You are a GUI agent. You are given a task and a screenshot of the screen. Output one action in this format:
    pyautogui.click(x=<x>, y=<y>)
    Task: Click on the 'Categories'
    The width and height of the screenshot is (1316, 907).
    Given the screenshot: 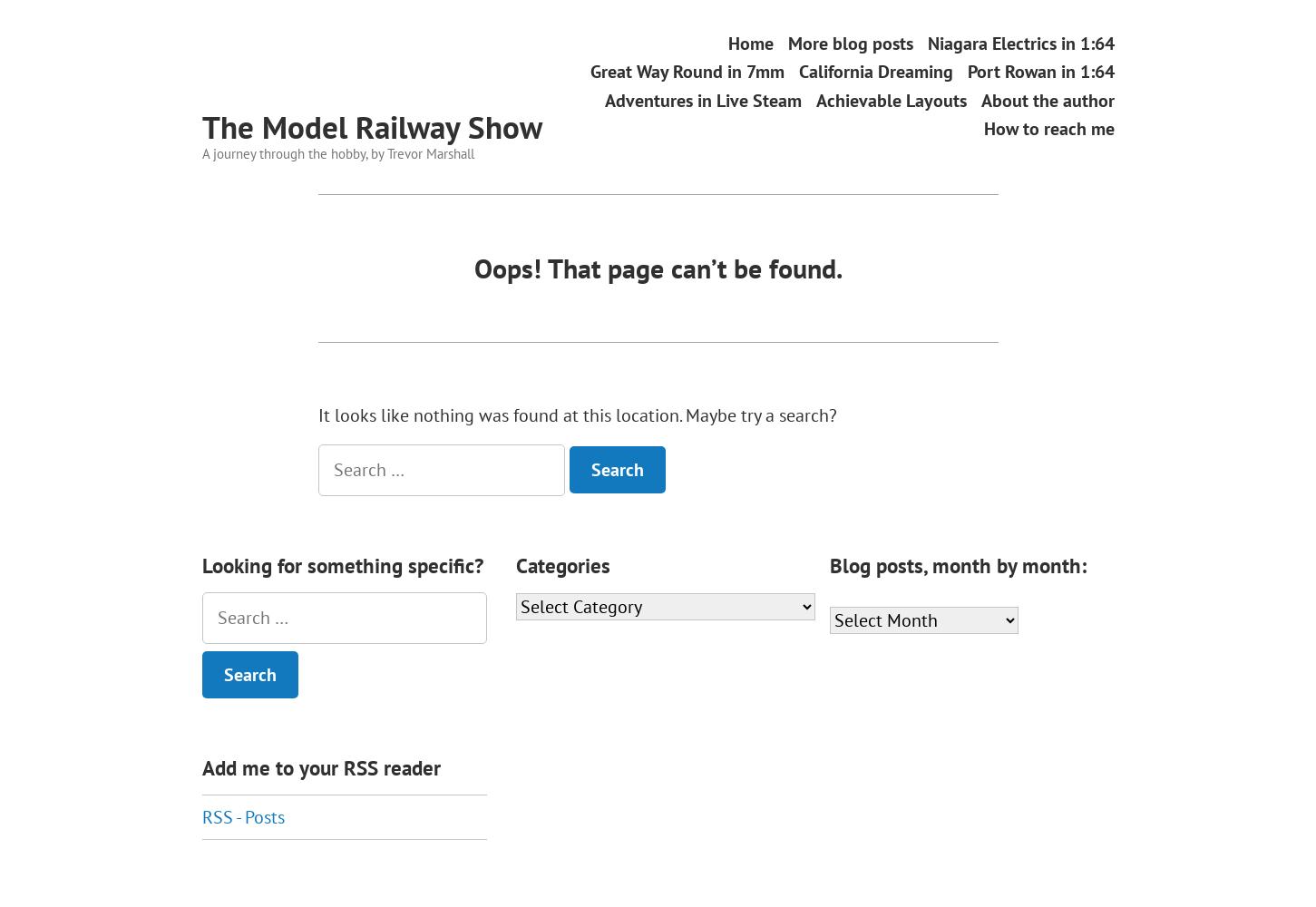 What is the action you would take?
    pyautogui.click(x=562, y=564)
    